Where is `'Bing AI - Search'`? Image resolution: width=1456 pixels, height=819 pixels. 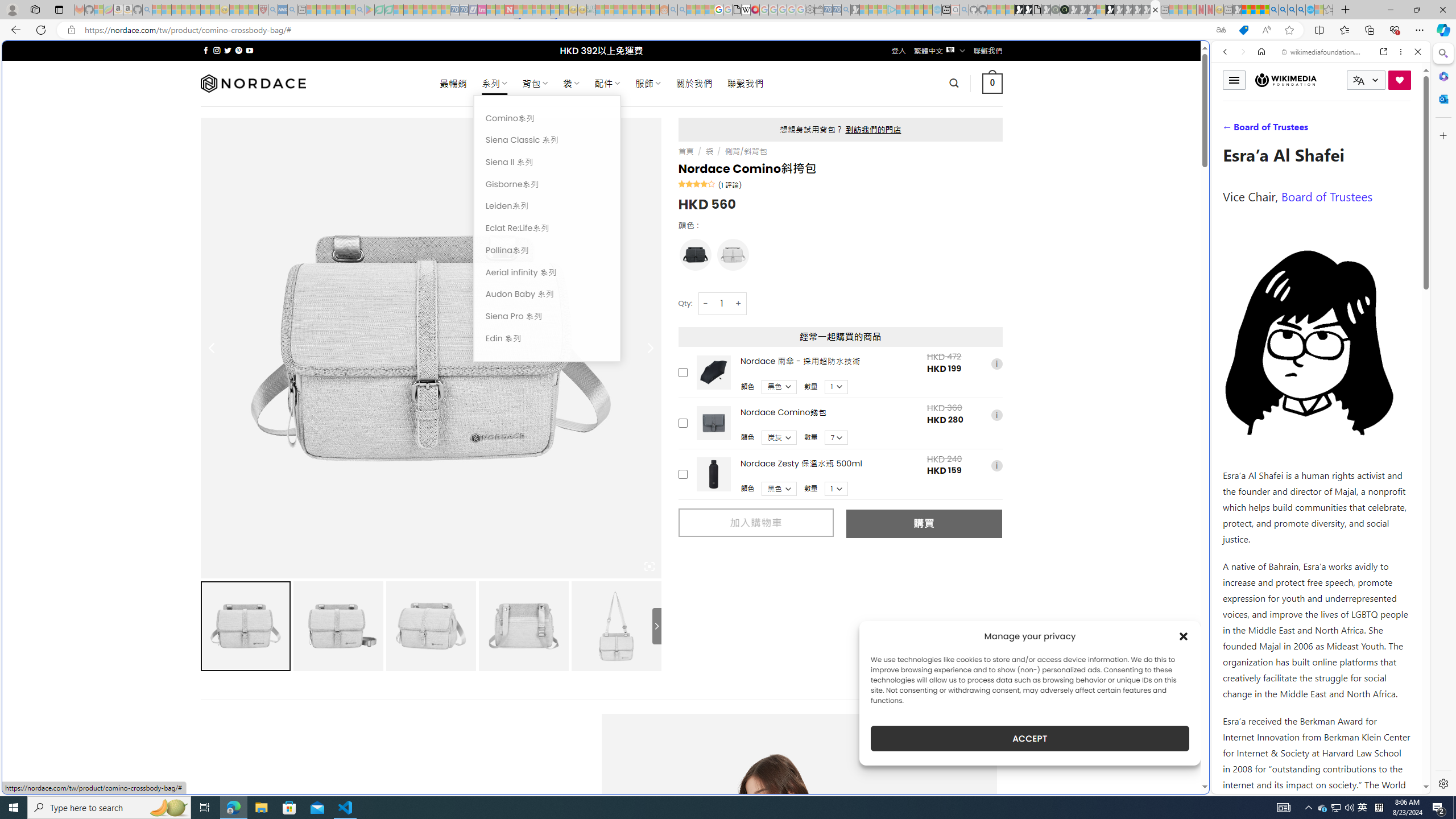
'Bing AI - Search' is located at coordinates (1272, 9).